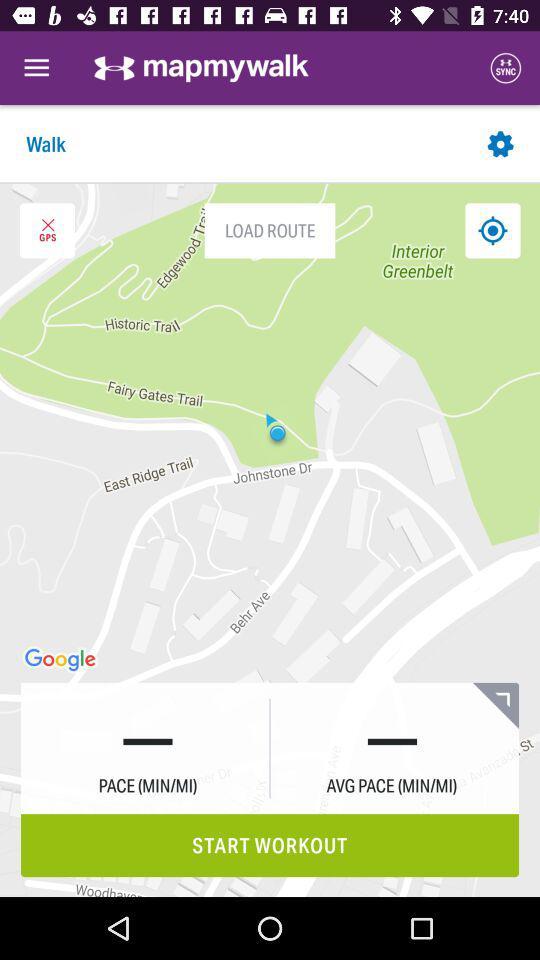 This screenshot has height=960, width=540. I want to click on location, so click(491, 230).